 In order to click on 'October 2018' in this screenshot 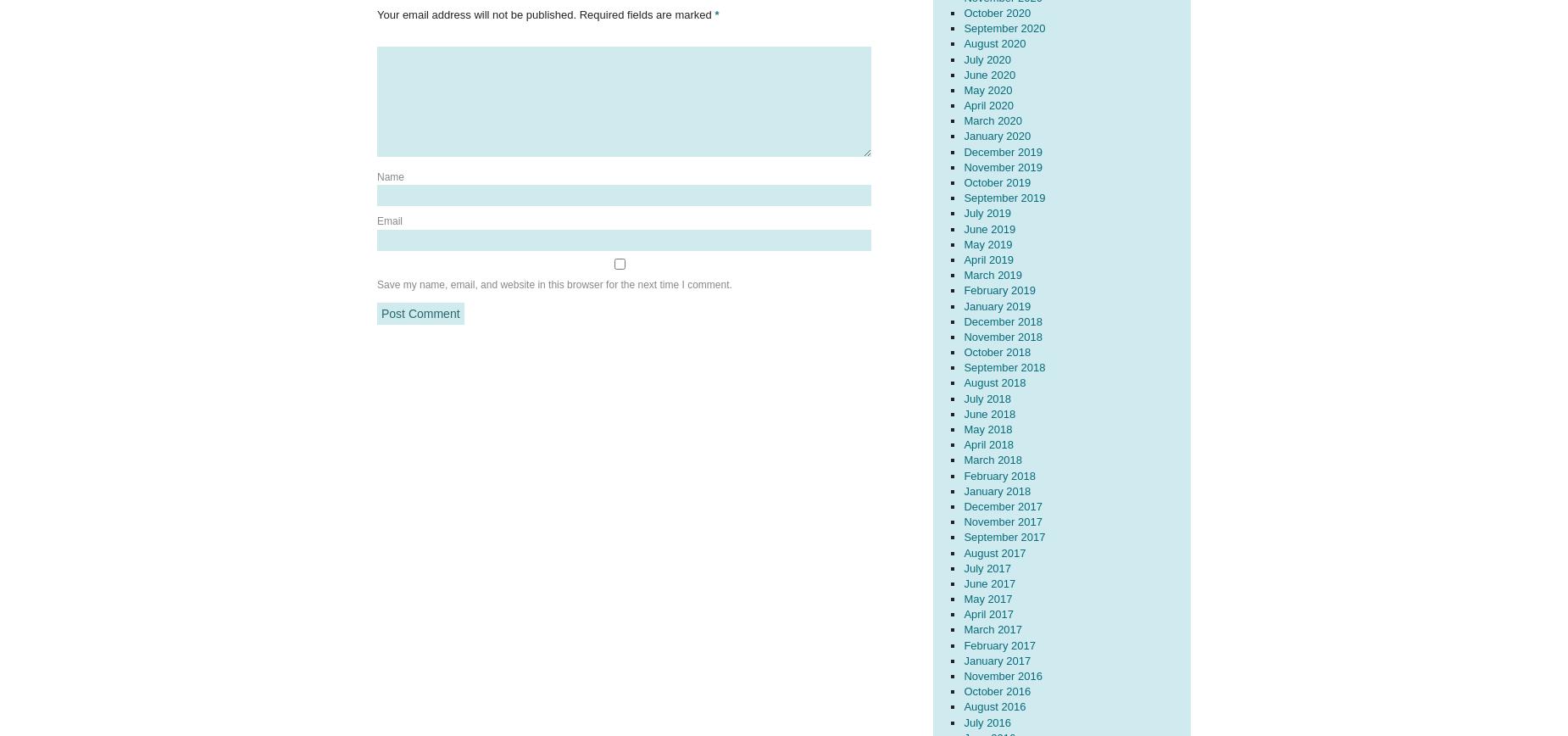, I will do `click(996, 352)`.